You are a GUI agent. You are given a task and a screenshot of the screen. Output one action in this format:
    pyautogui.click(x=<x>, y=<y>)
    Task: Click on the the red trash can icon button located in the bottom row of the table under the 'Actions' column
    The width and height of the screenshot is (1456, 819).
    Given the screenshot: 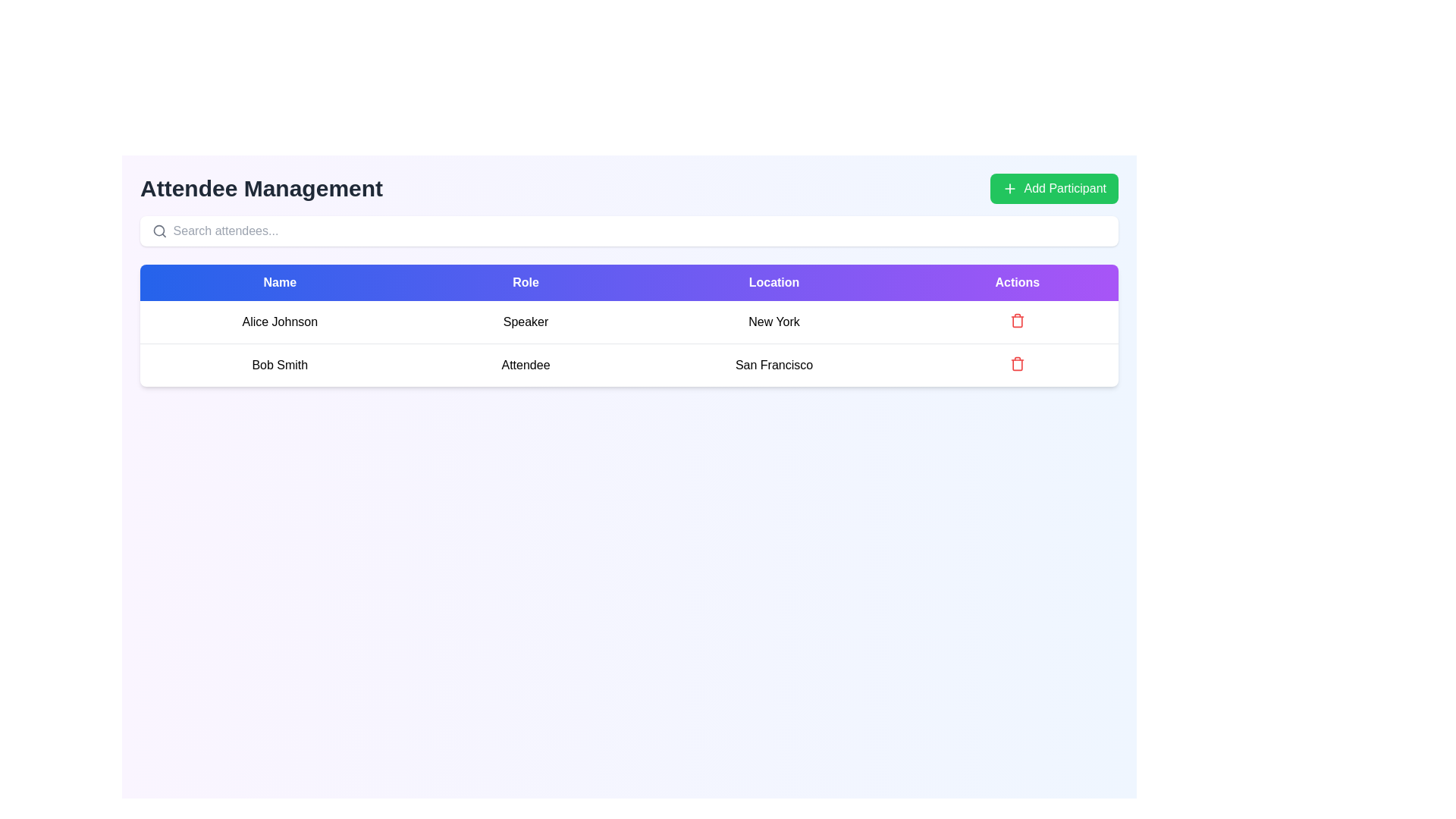 What is the action you would take?
    pyautogui.click(x=1017, y=320)
    